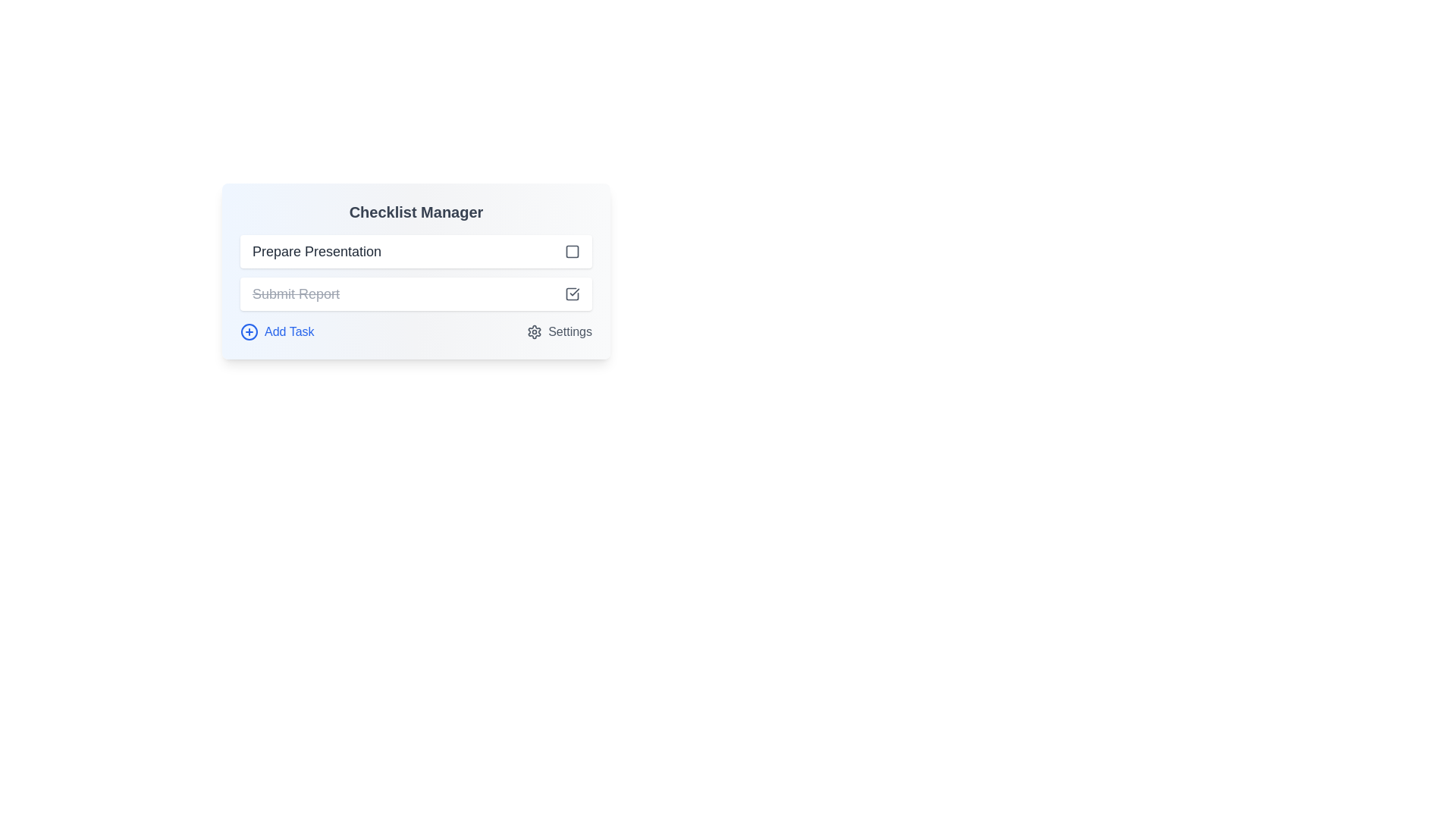 The image size is (1456, 819). I want to click on the vector-based decorative graphic positioned towards the lower right of the Checklist Manager component, adjacent to the 'Submit Report' checkbox, so click(571, 294).